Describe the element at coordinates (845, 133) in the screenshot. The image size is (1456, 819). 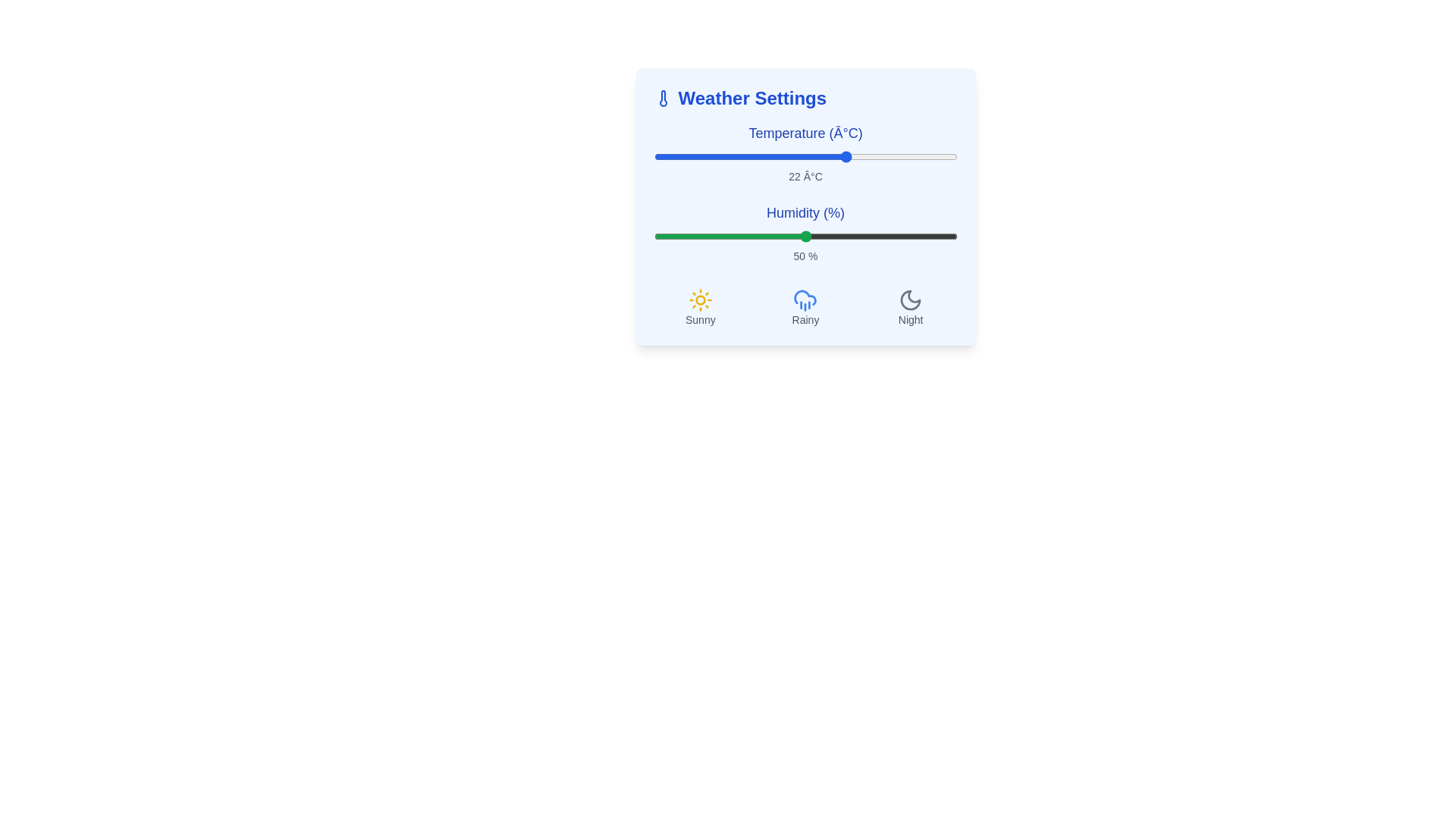
I see `the static text label indicating the unit of measurement for temperature, positioned immediately after the 'Temperature' label` at that location.